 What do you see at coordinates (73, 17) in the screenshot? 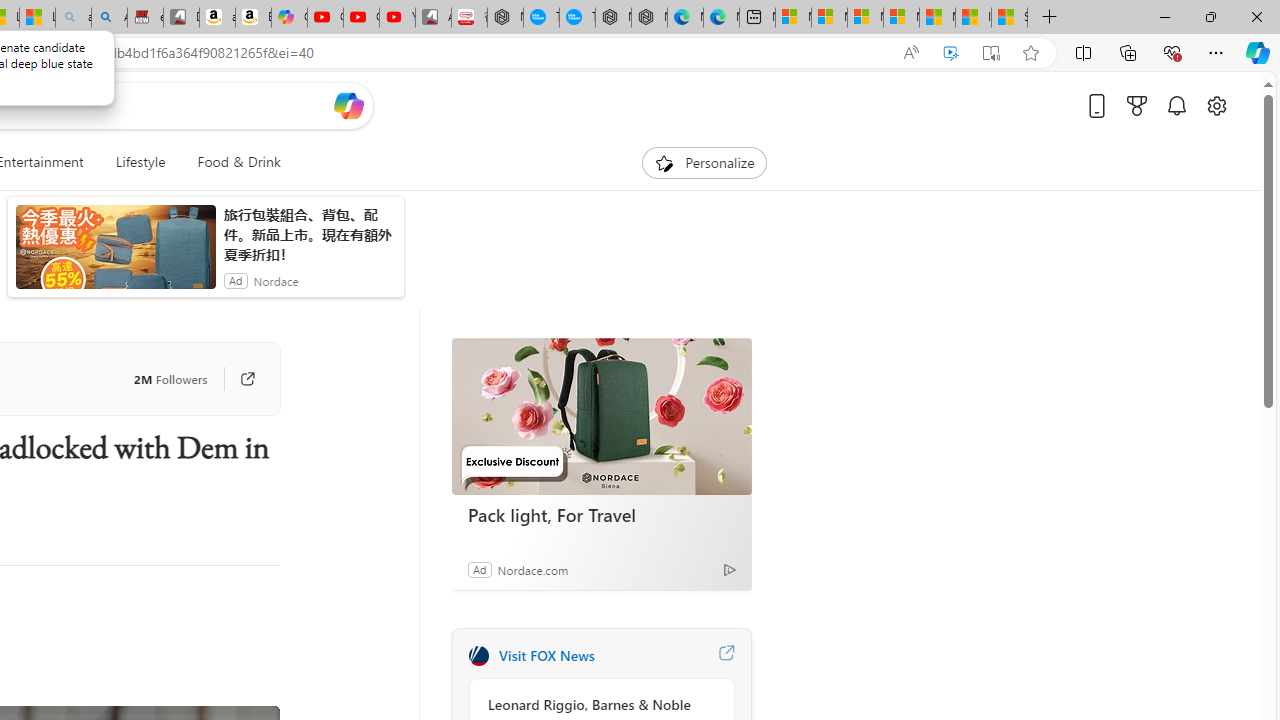
I see `'amazon - Search - Sleeping'` at bounding box center [73, 17].